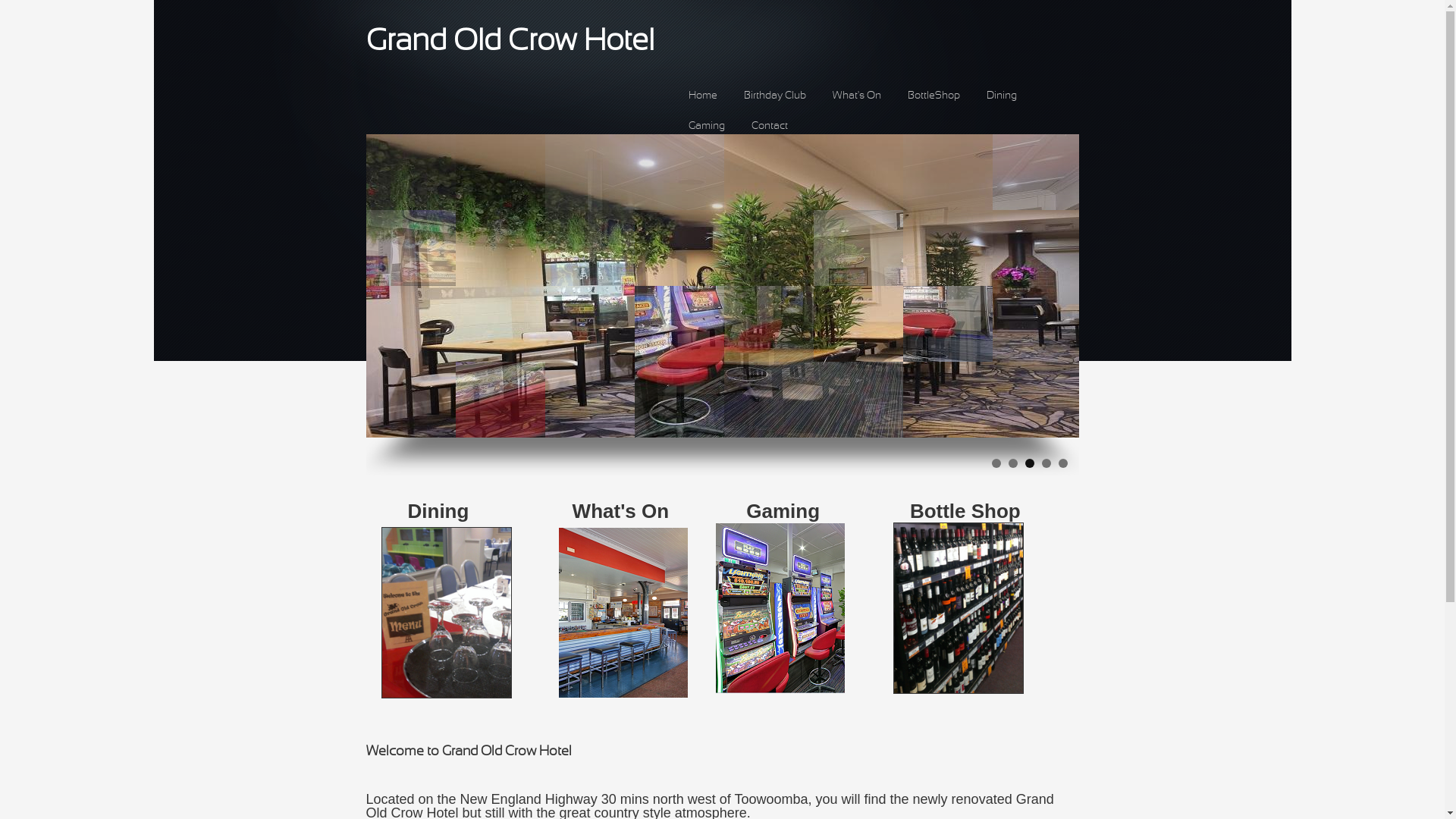  Describe the element at coordinates (996, 462) in the screenshot. I see `'1'` at that location.